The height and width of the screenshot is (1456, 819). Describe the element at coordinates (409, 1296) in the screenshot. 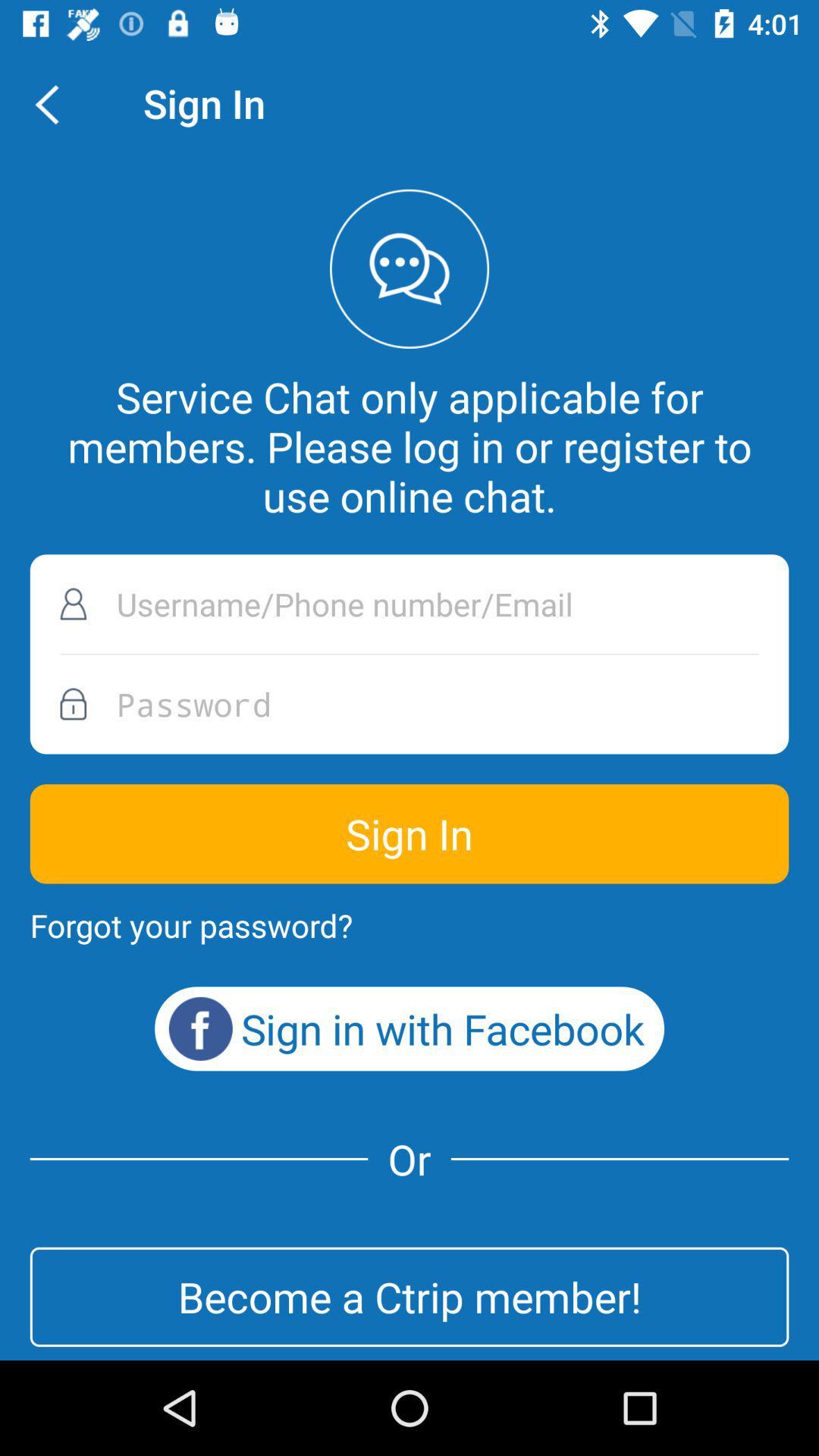

I see `the icon below or icon` at that location.